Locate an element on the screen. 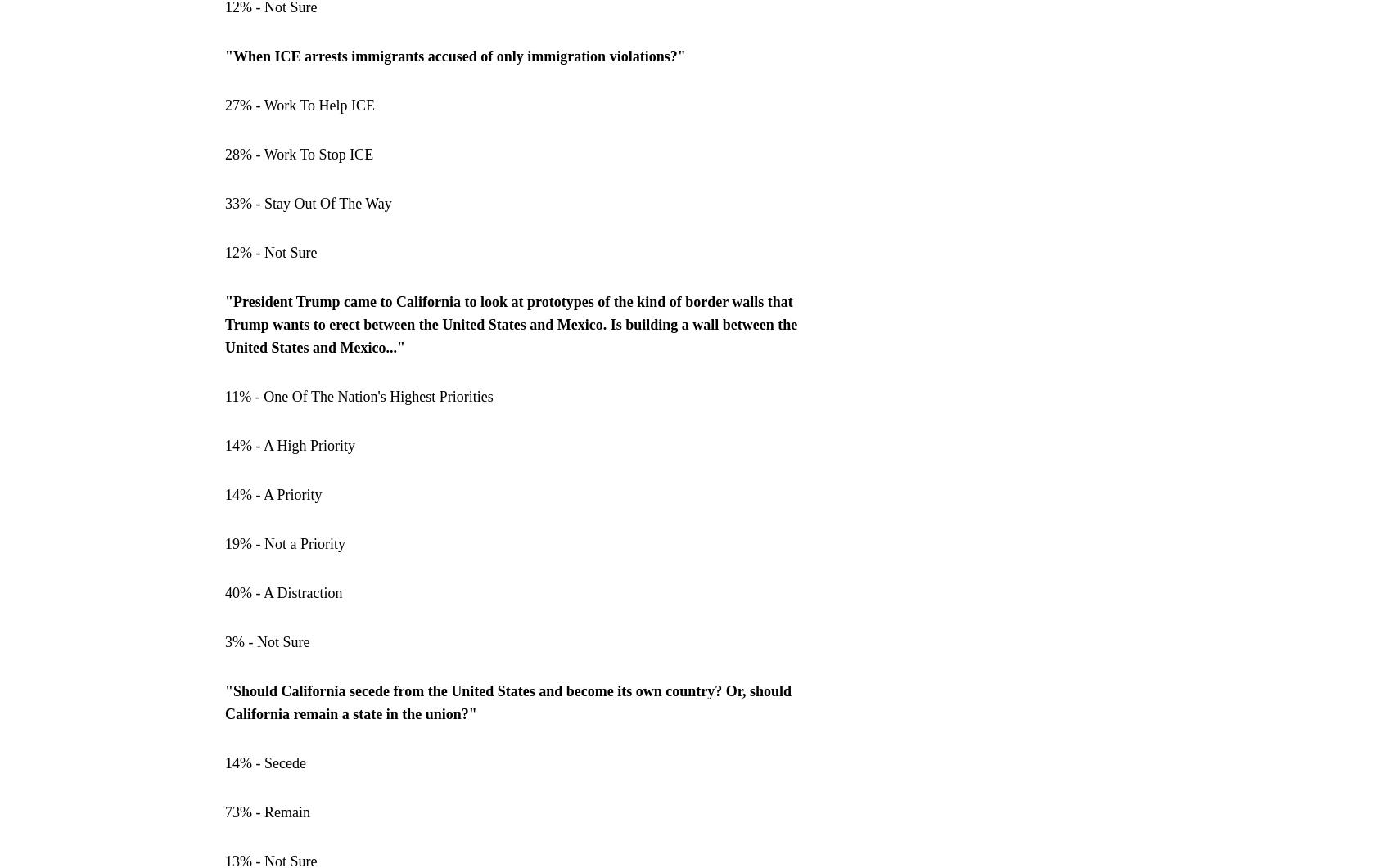 The width and height of the screenshot is (1385, 868). '12%	- Not Sure' is located at coordinates (269, 251).